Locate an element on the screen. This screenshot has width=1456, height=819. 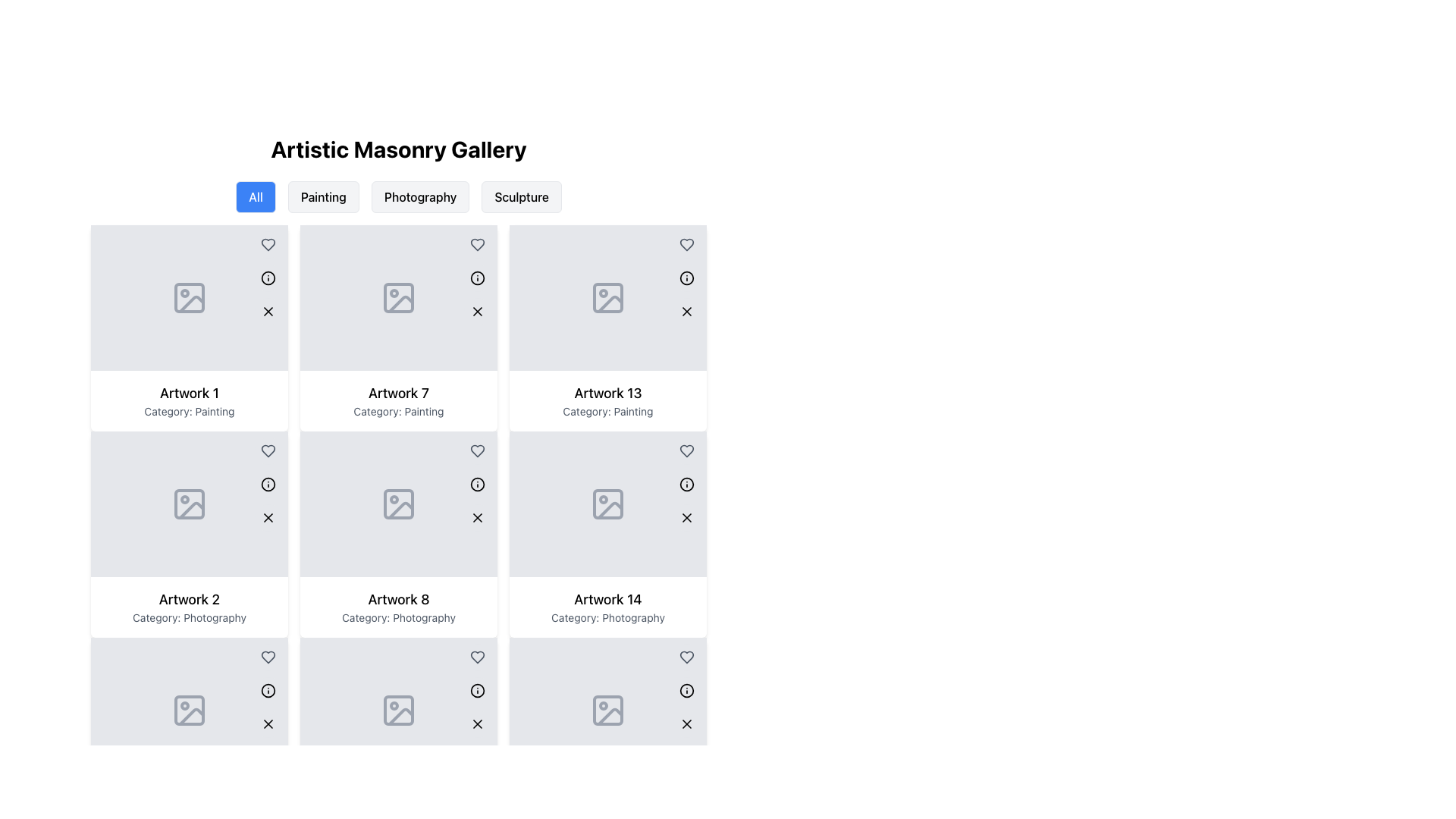
the 'information' SVG-based icon located in the upper right corner of the 'Artwork 8 - Category: Photography' card is located at coordinates (476, 485).